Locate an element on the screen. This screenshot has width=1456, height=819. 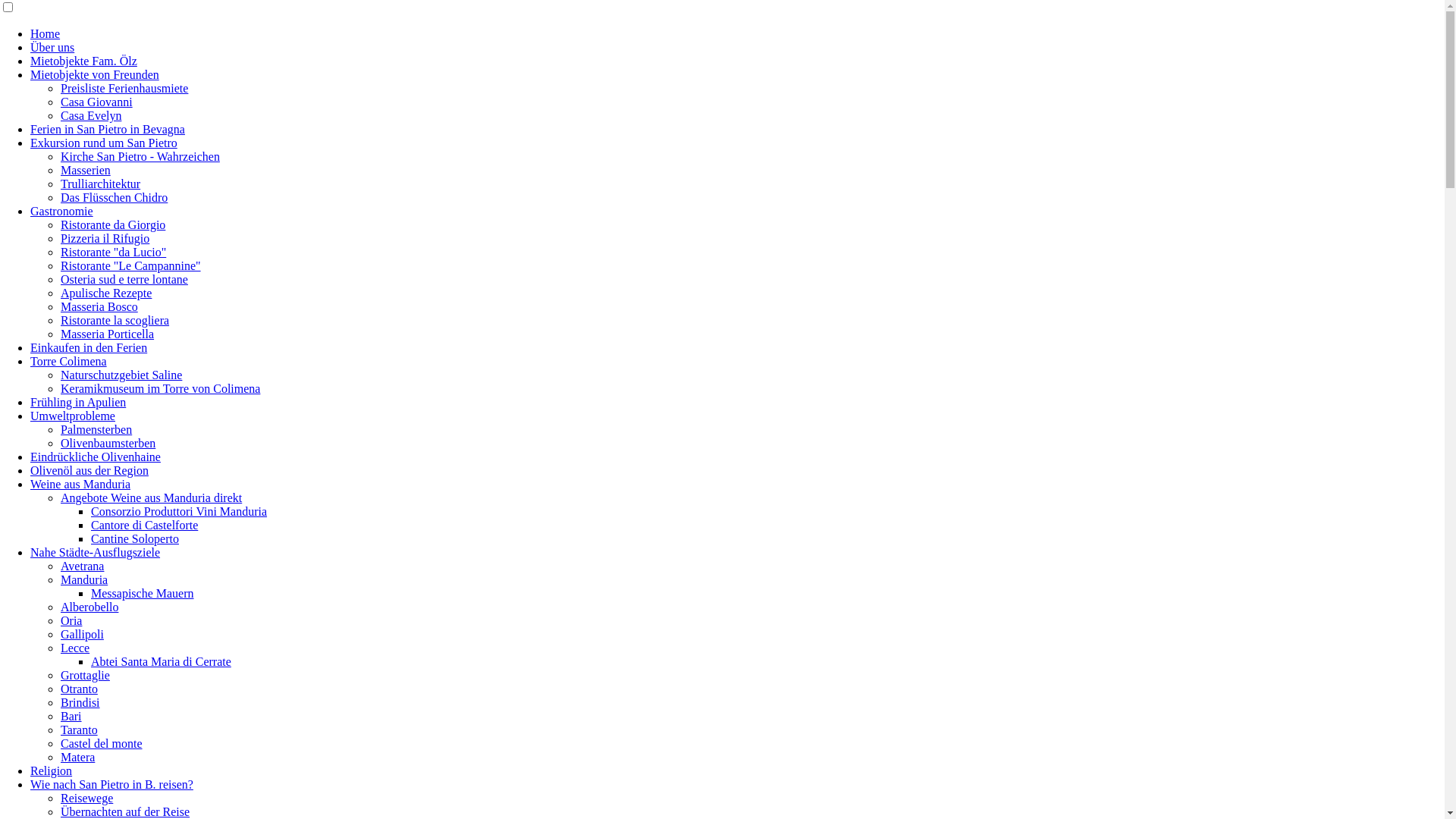
'Exkursion rund um San Pietro' is located at coordinates (103, 143).